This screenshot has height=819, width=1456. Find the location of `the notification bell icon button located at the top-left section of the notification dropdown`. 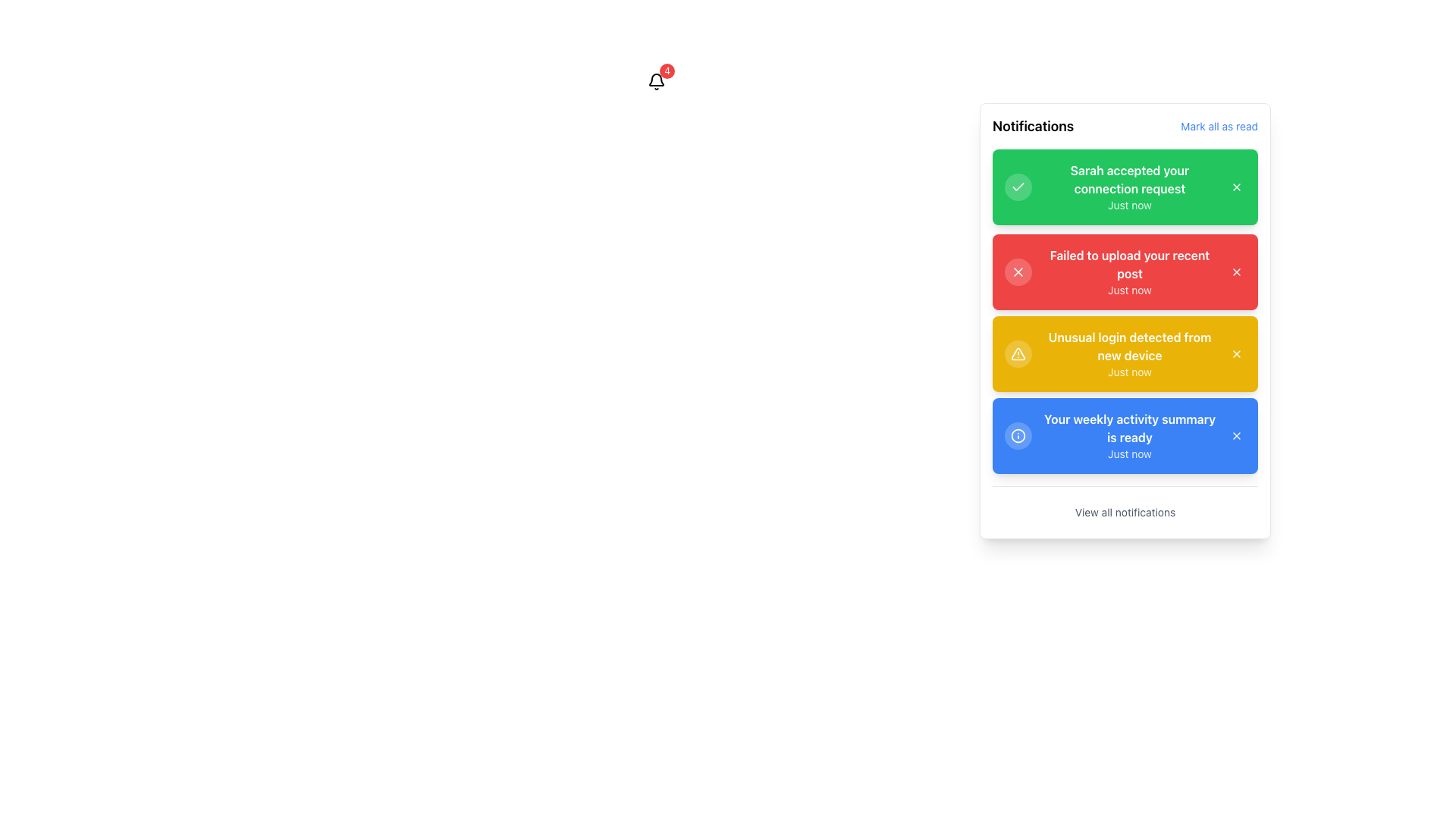

the notification bell icon button located at the top-left section of the notification dropdown is located at coordinates (656, 82).